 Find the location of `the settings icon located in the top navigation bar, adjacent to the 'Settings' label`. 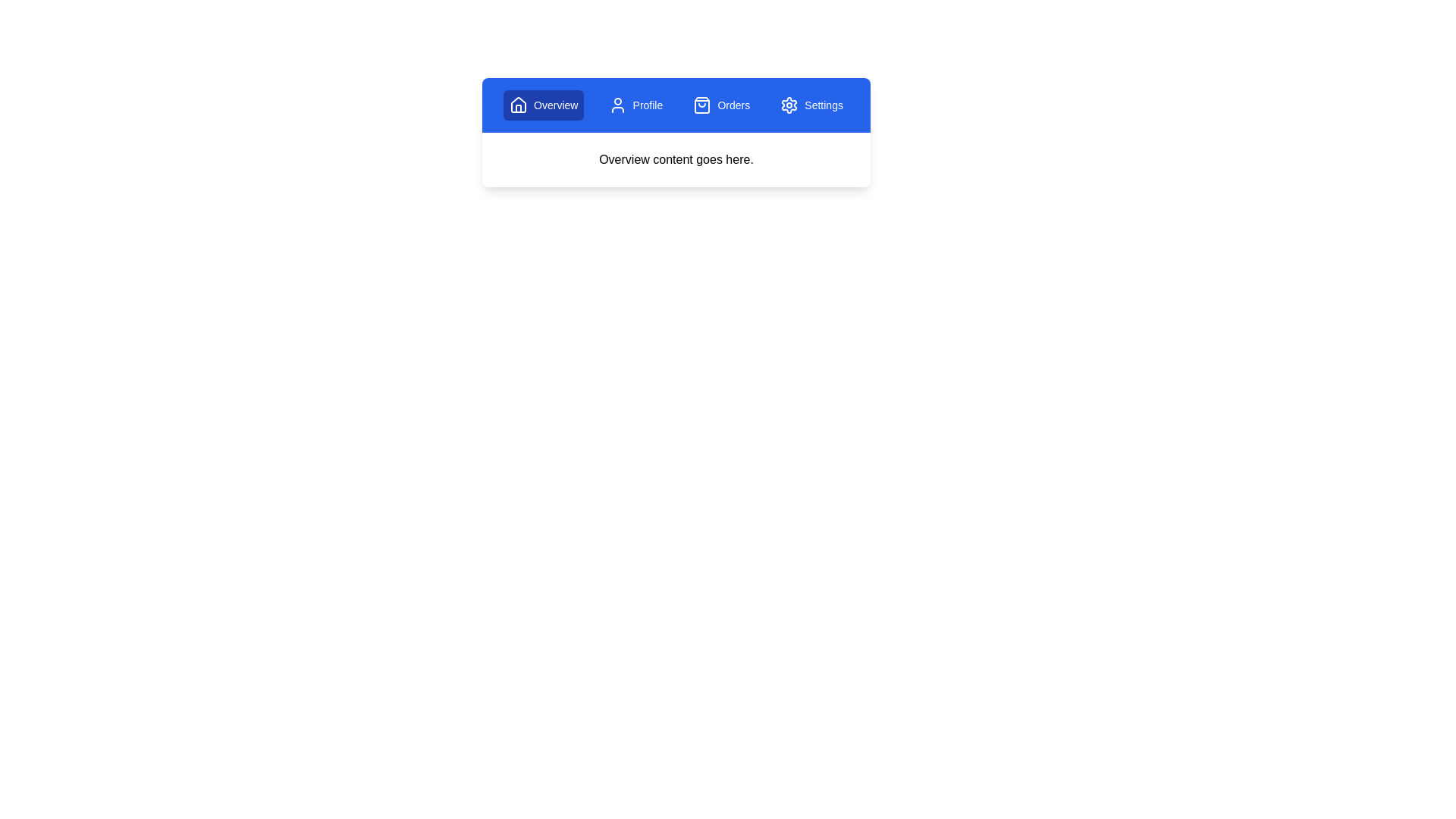

the settings icon located in the top navigation bar, adjacent to the 'Settings' label is located at coordinates (789, 104).